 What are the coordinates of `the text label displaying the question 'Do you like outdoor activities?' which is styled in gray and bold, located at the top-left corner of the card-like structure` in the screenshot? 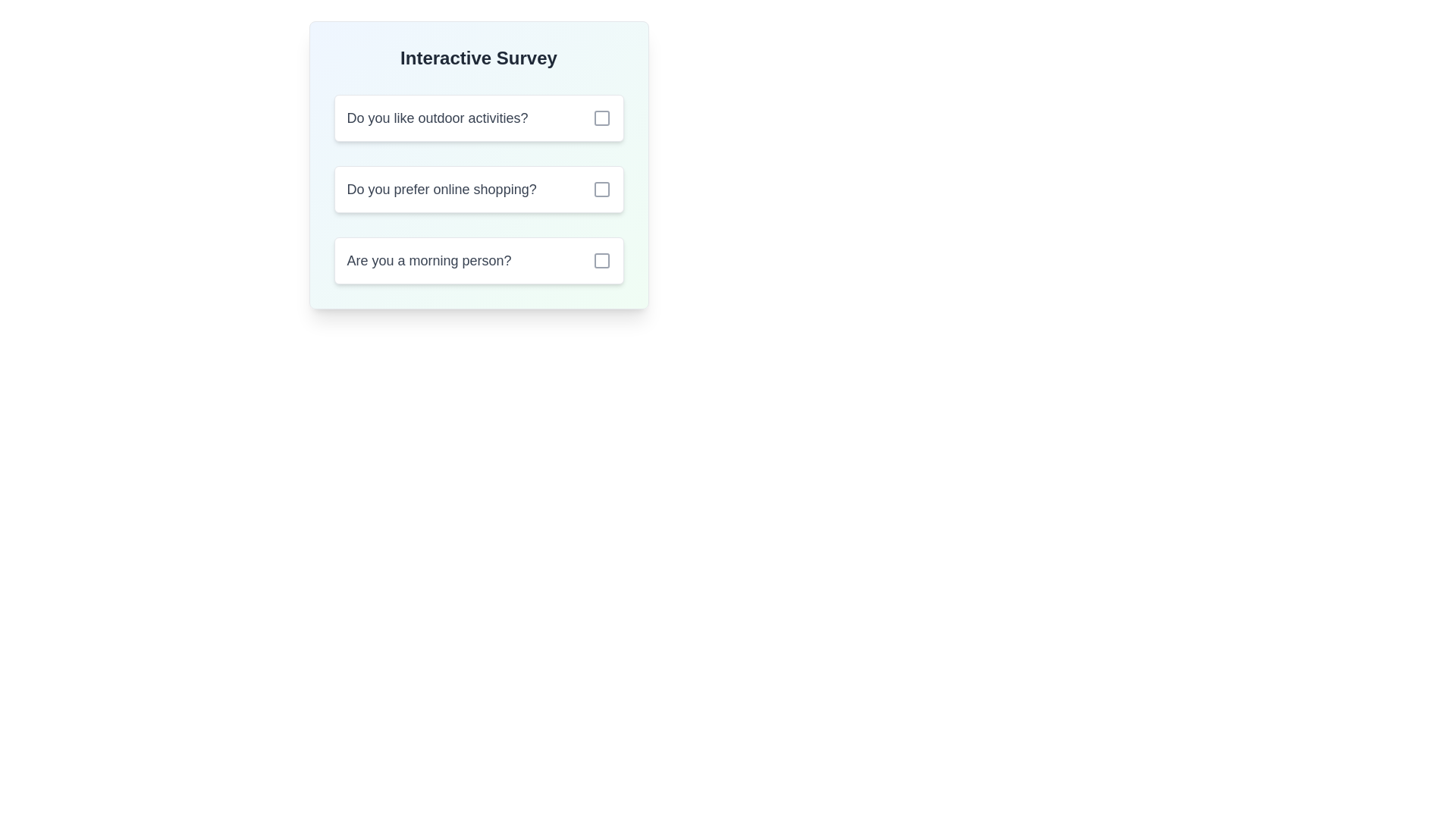 It's located at (437, 117).